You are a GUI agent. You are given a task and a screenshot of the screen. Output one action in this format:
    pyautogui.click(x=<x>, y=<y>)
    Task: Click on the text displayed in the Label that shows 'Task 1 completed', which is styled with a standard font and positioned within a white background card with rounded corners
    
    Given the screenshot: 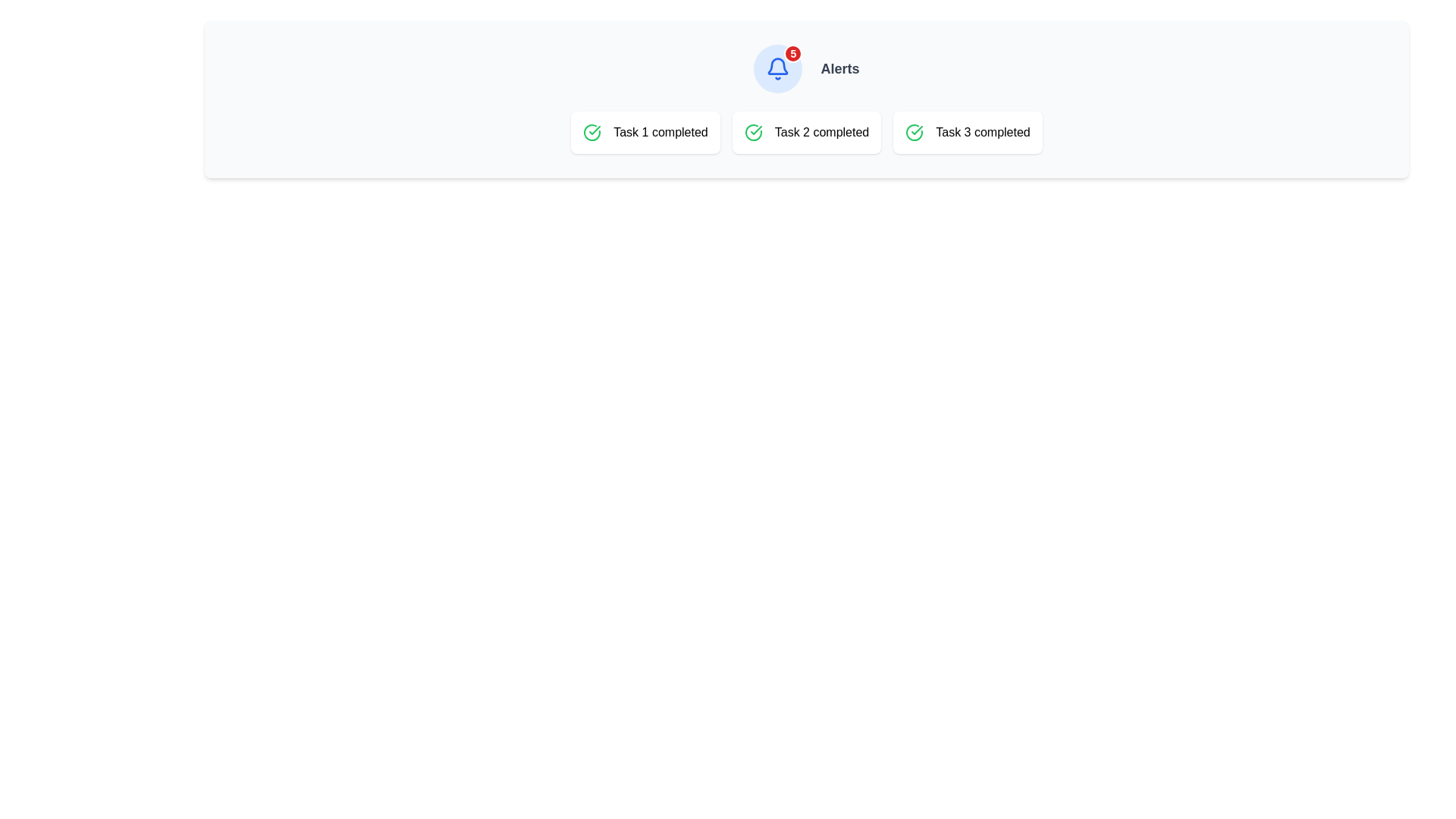 What is the action you would take?
    pyautogui.click(x=661, y=131)
    